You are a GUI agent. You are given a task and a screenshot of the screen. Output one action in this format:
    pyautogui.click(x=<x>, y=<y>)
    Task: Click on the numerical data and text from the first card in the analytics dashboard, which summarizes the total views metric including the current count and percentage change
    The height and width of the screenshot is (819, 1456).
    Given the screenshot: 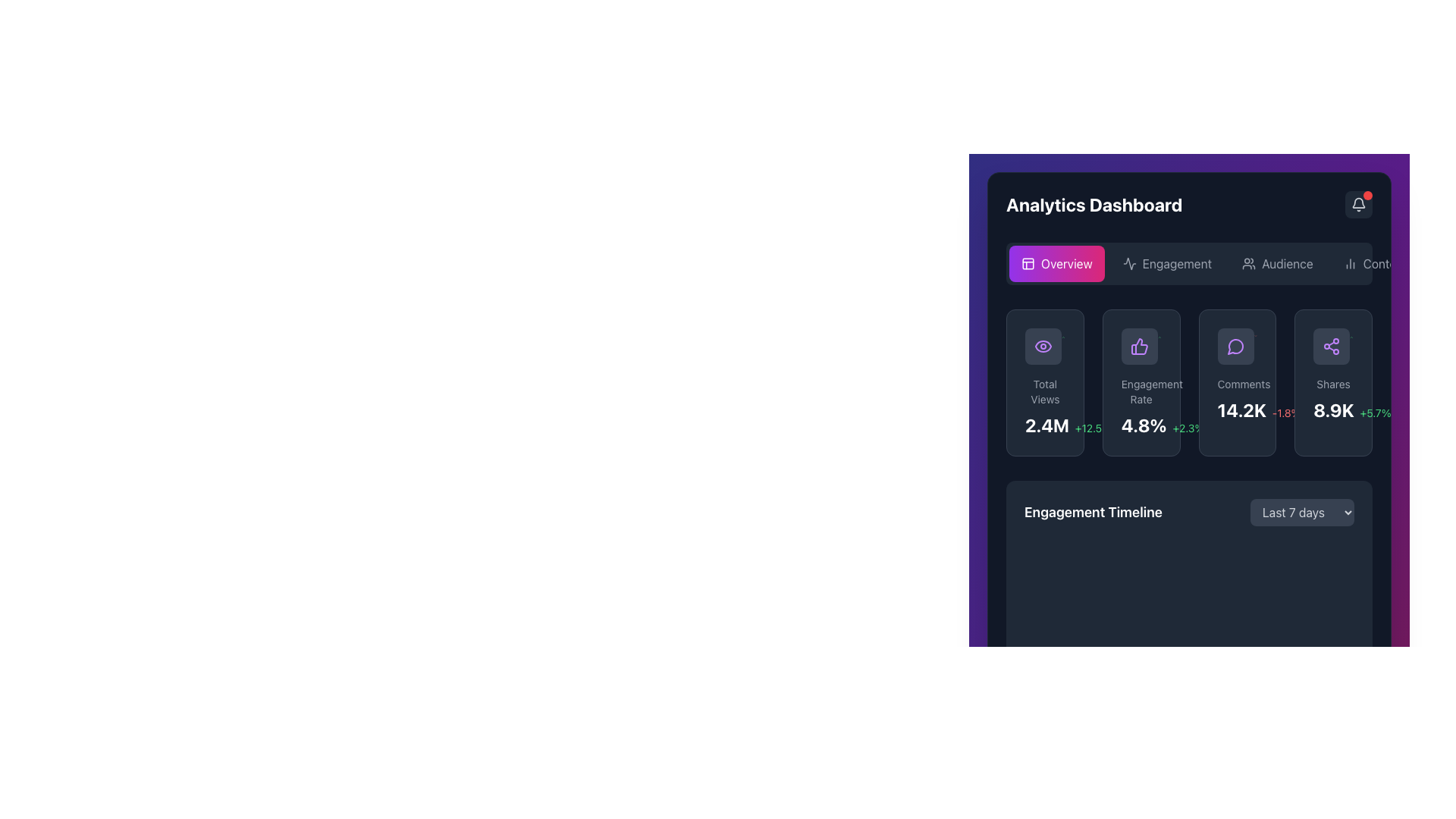 What is the action you would take?
    pyautogui.click(x=1044, y=382)
    